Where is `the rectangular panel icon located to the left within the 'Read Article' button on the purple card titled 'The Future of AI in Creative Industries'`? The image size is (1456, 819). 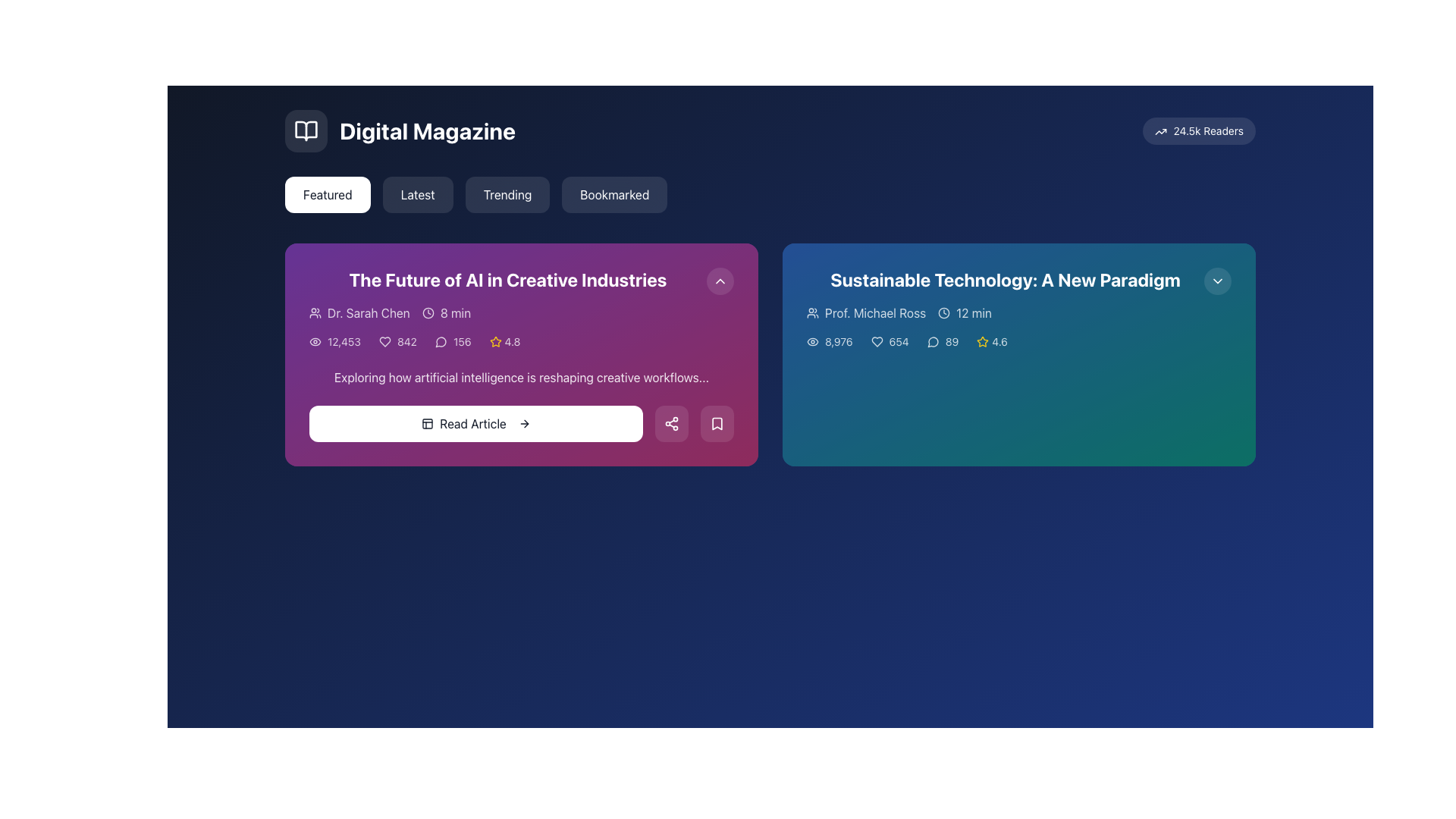 the rectangular panel icon located to the left within the 'Read Article' button on the purple card titled 'The Future of AI in Creative Industries' is located at coordinates (427, 424).